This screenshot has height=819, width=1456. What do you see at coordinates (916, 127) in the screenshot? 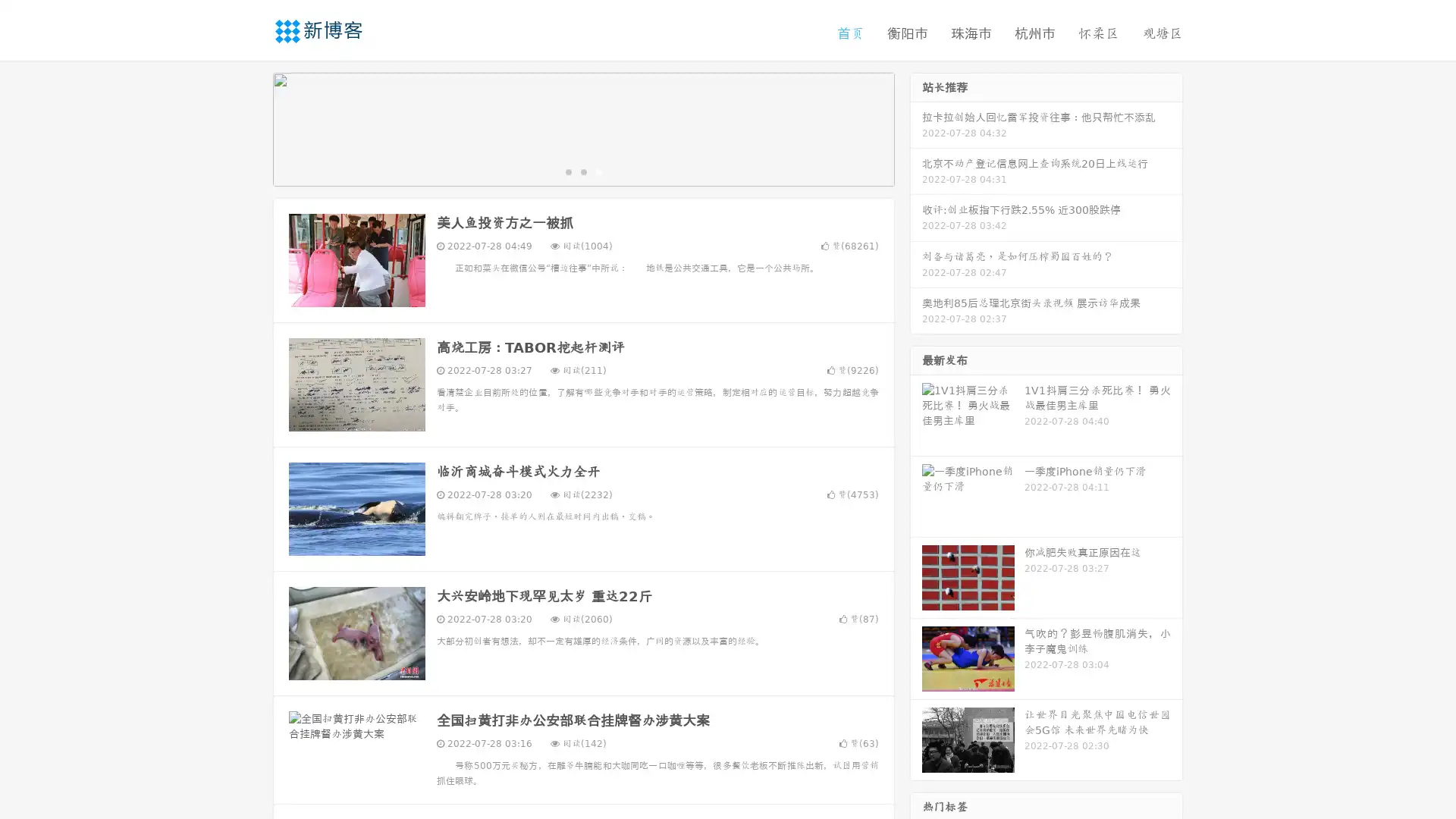
I see `Next slide` at bounding box center [916, 127].